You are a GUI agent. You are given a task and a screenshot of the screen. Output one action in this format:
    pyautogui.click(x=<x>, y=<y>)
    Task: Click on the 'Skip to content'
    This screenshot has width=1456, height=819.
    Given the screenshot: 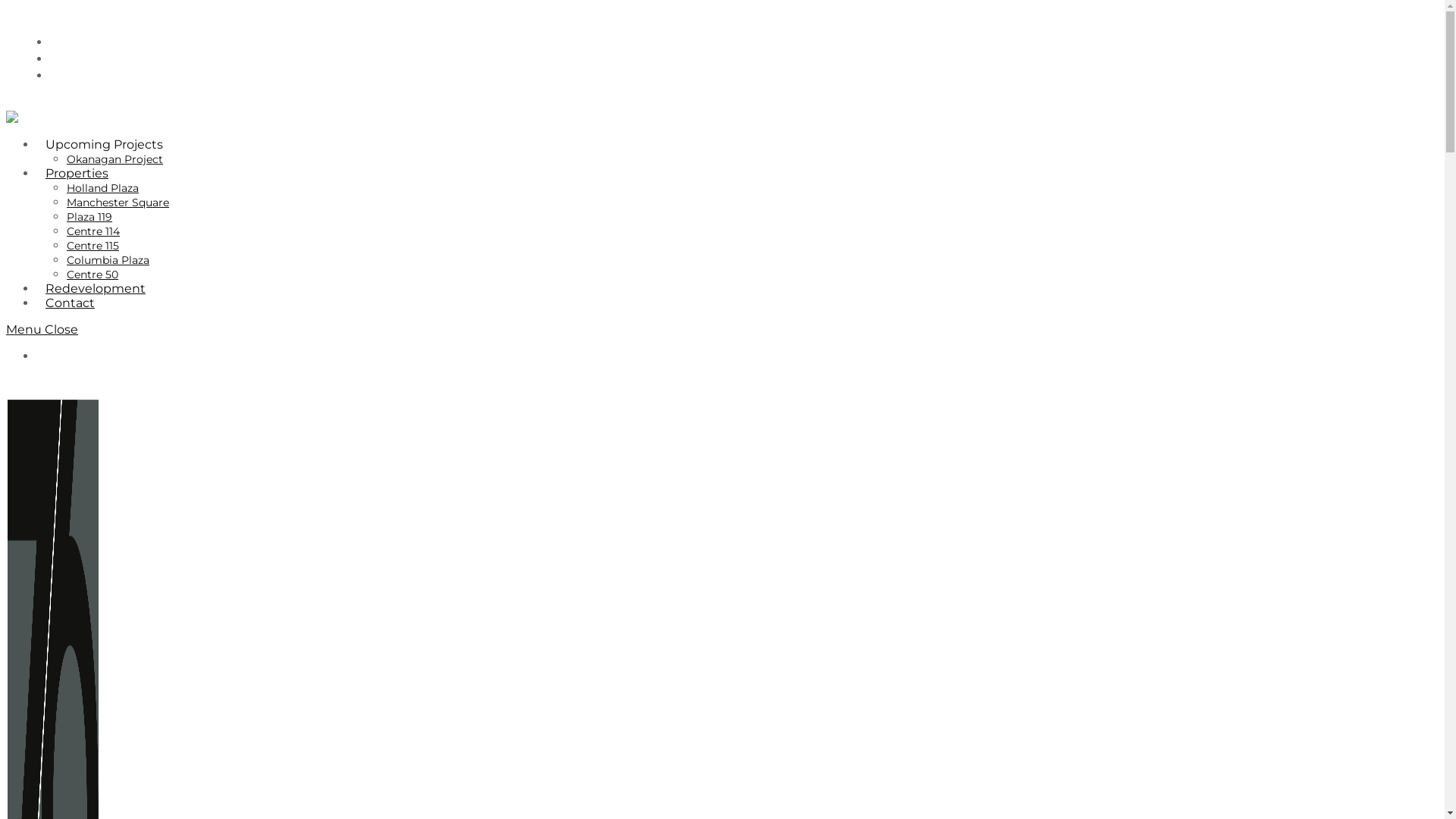 What is the action you would take?
    pyautogui.click(x=5, y=5)
    